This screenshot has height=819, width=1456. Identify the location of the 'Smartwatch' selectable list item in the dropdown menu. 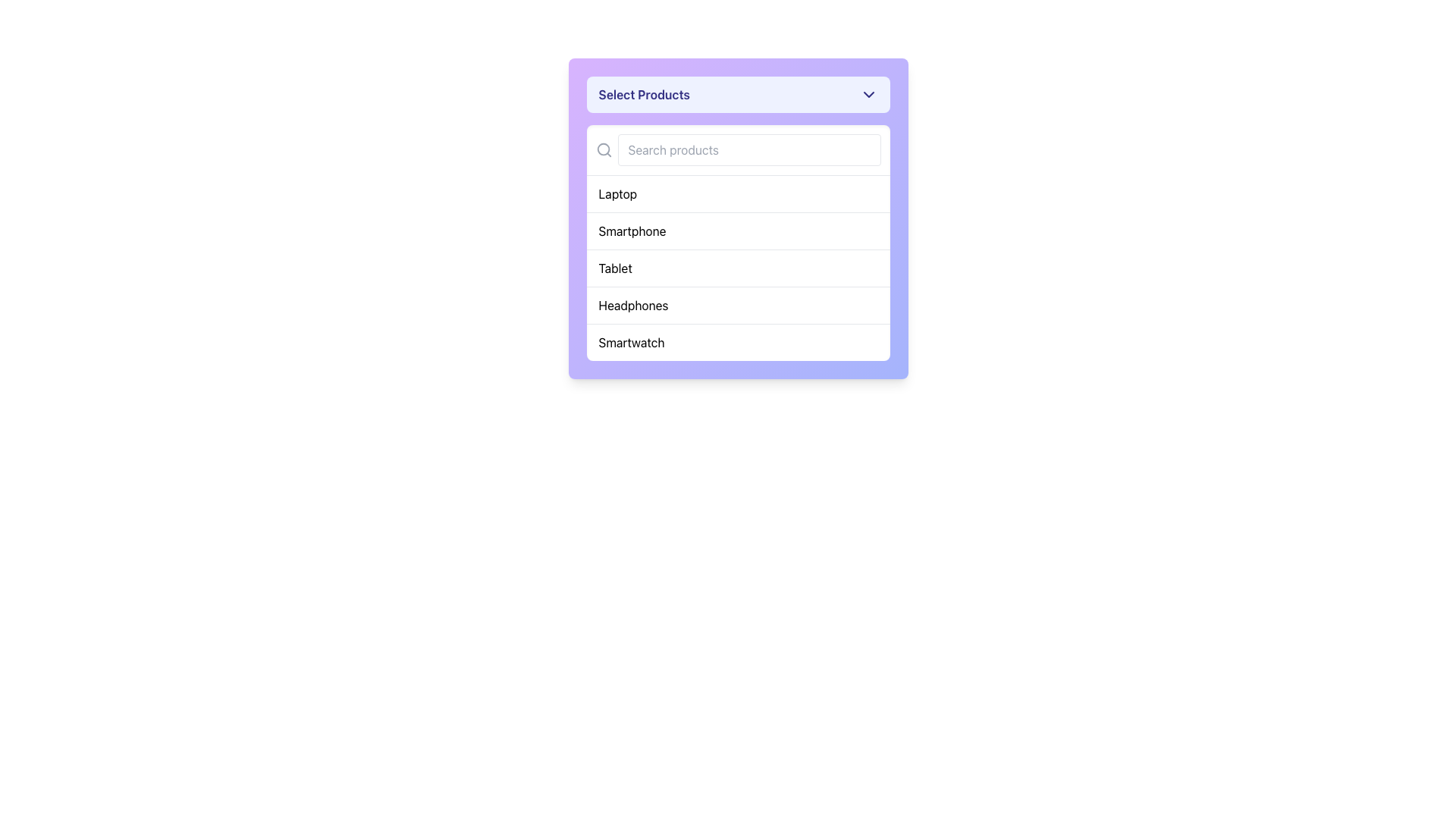
(631, 342).